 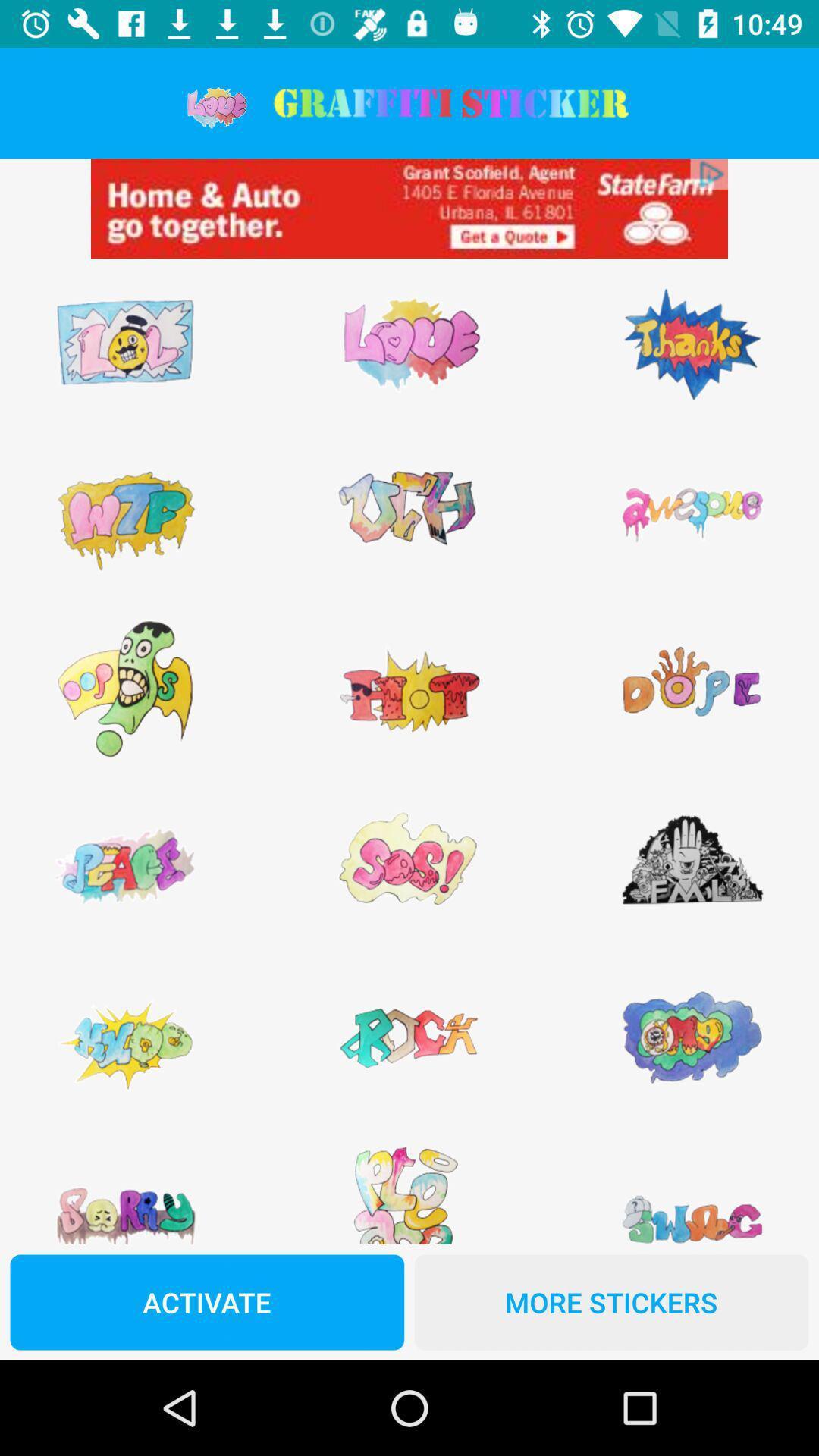 I want to click on view advertisement, so click(x=409, y=208).